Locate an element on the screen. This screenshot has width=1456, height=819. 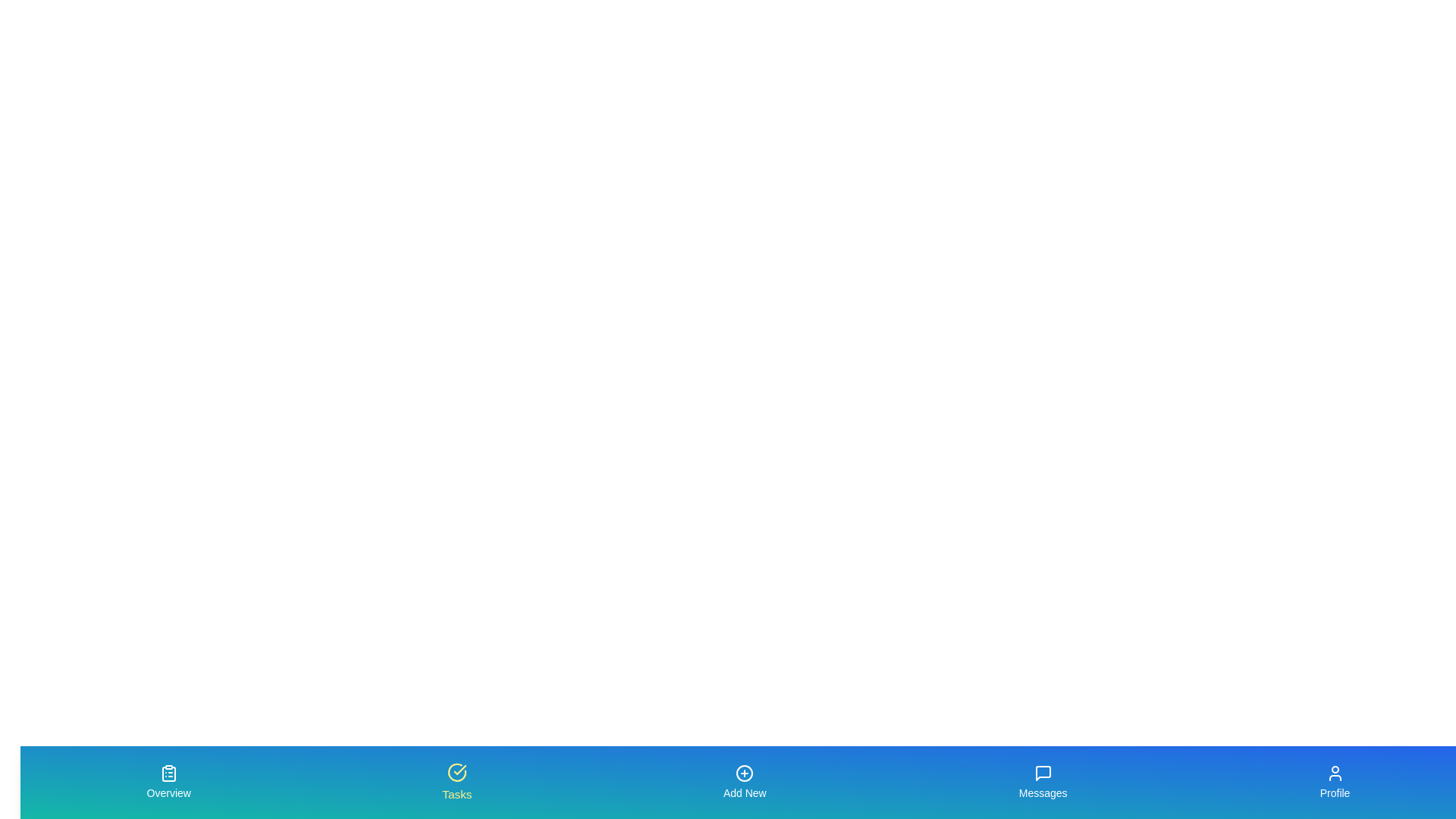
the tab labeled 'Profile' to trigger its hover effect is located at coordinates (1335, 783).